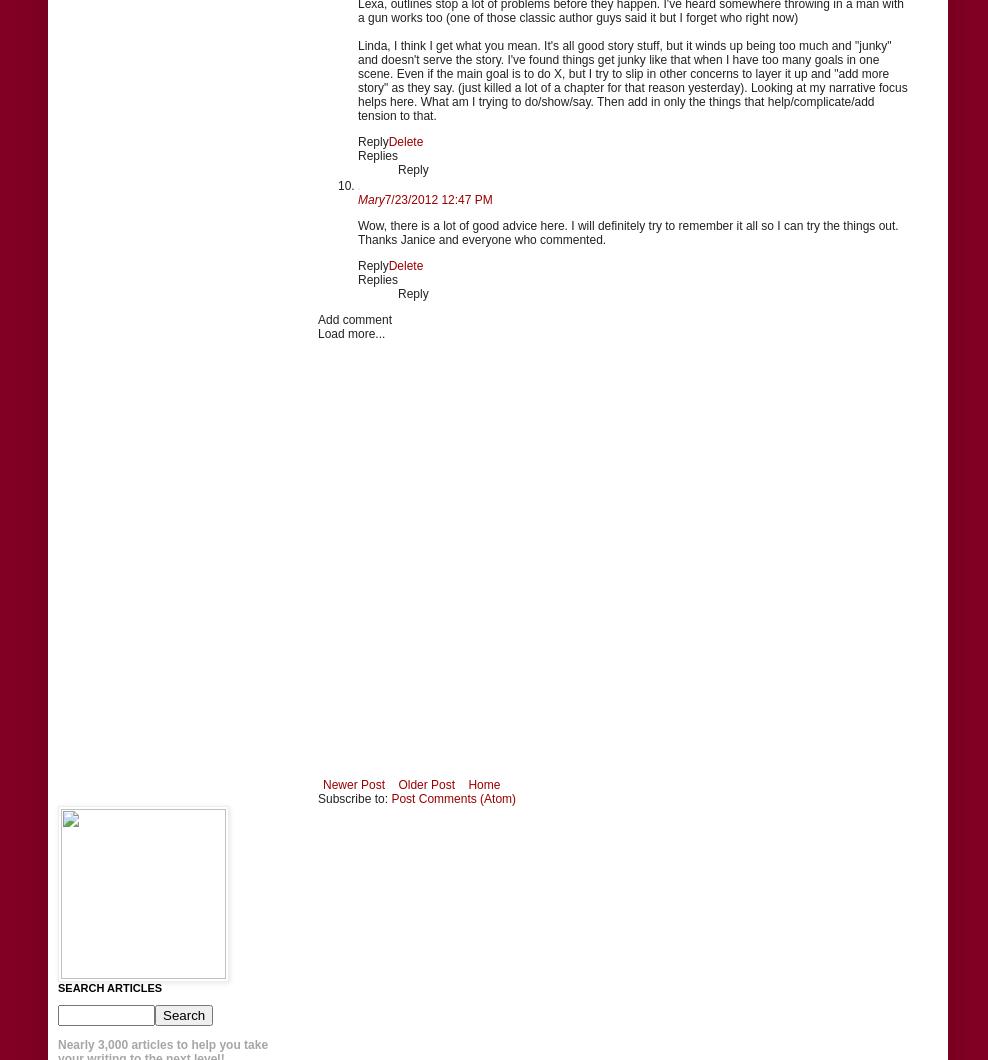 Image resolution: width=988 pixels, height=1060 pixels. Describe the element at coordinates (354, 782) in the screenshot. I see `'Newer Post'` at that location.